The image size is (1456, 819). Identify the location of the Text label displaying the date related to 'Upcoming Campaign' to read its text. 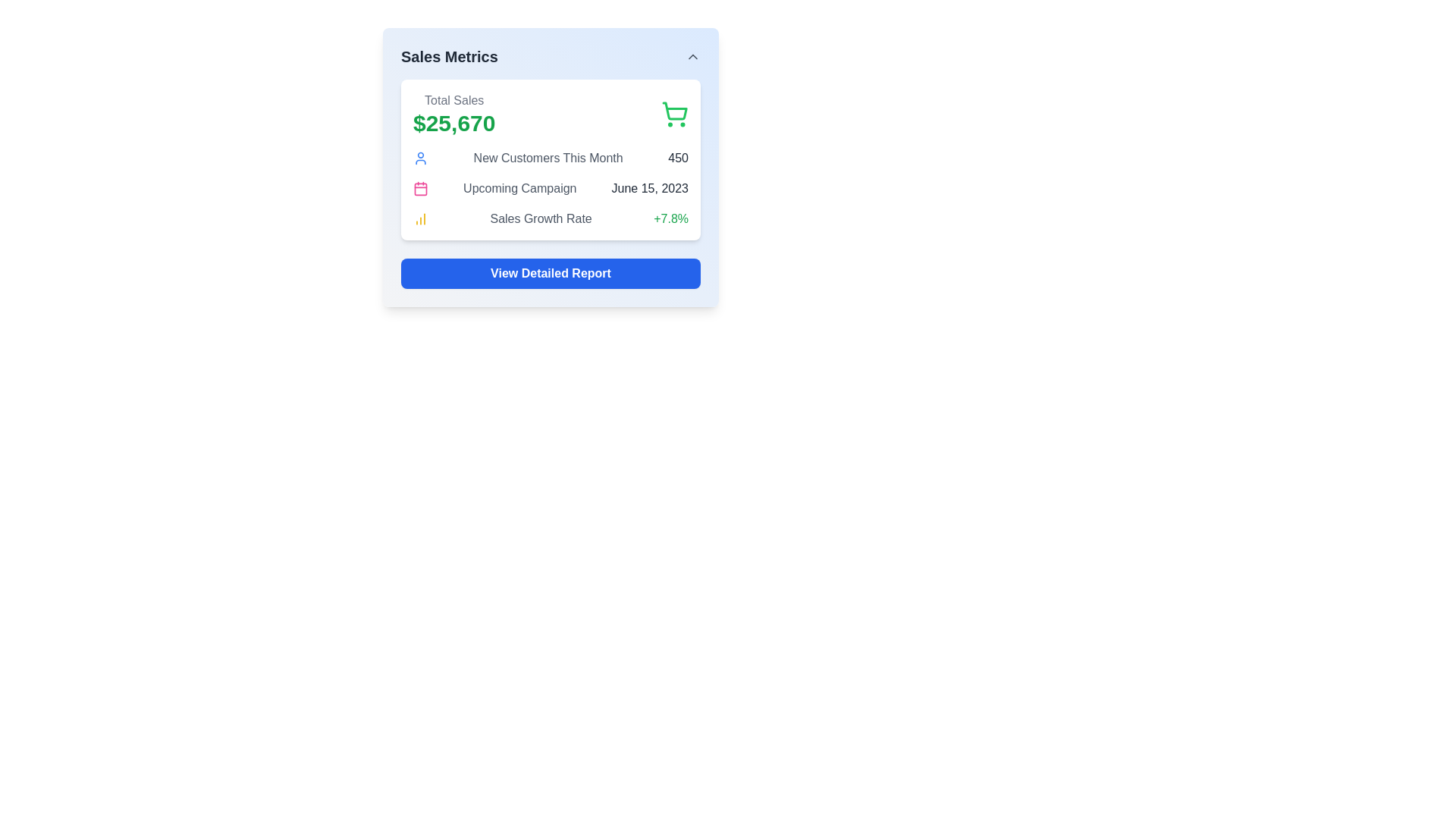
(650, 188).